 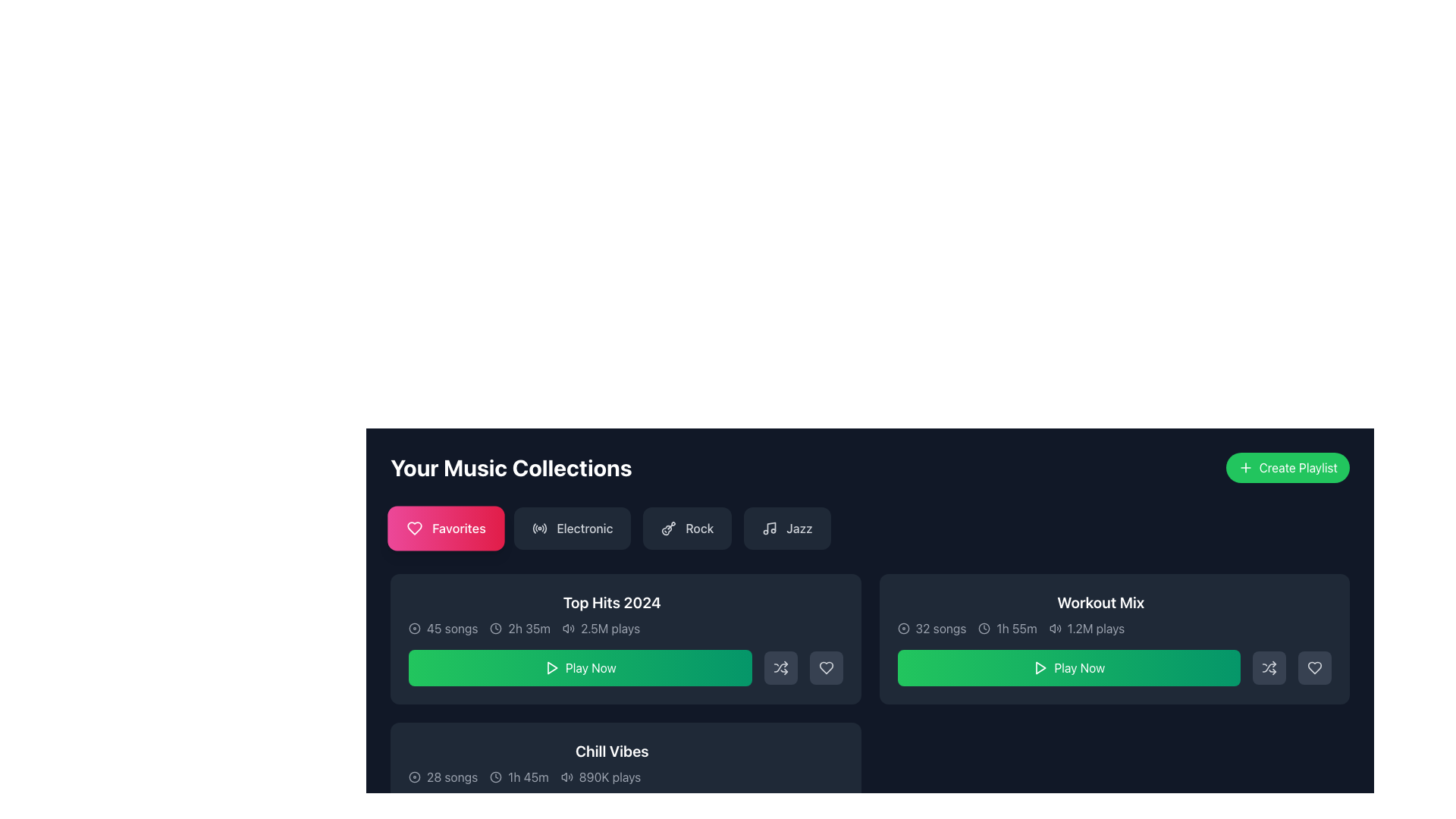 I want to click on the graphical icon representing the 'Workout Mix' music playlist, located to the left of '32 songs' and above the 'Play Now' button, so click(x=903, y=629).